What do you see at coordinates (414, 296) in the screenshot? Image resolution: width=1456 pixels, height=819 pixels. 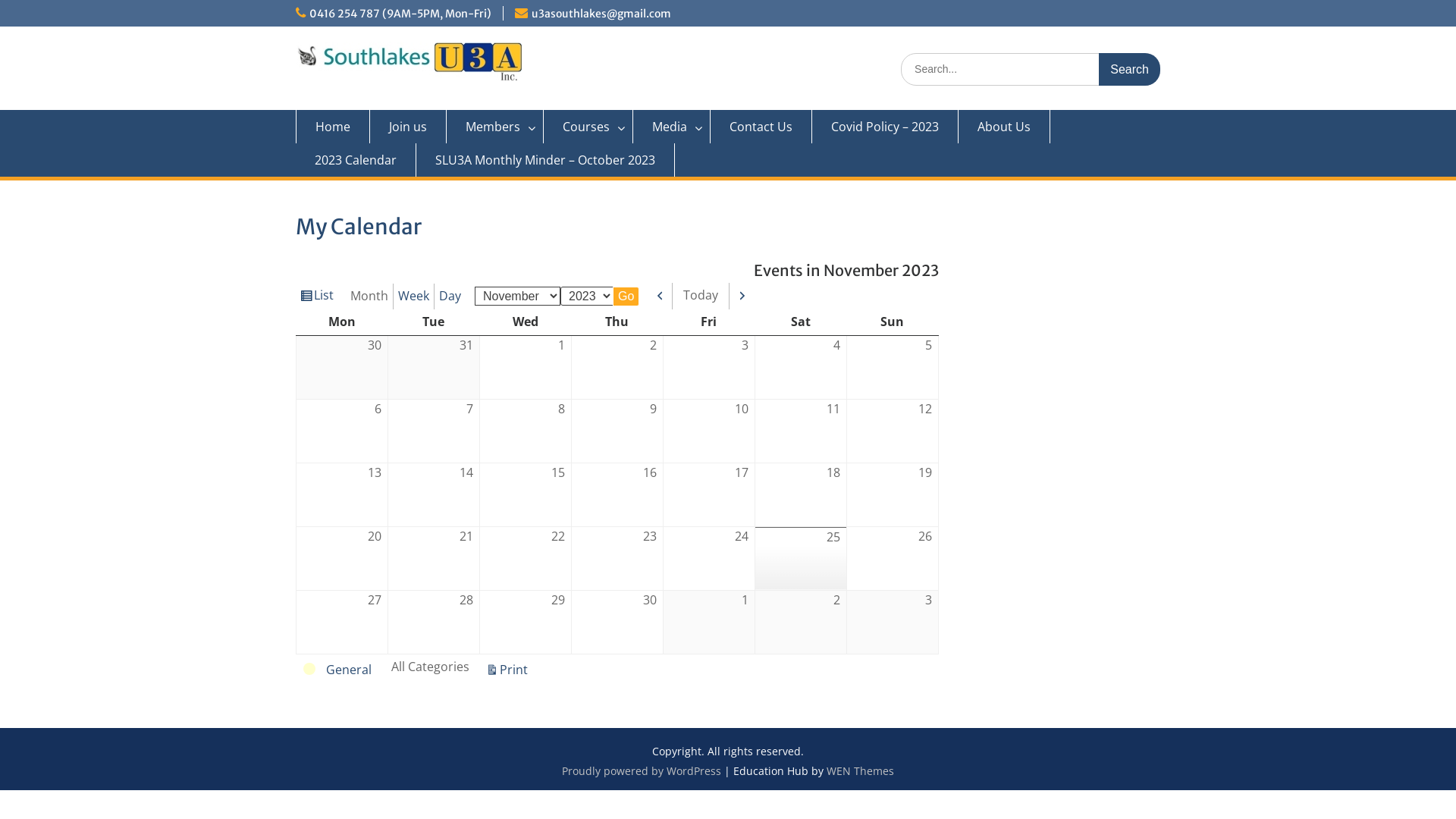 I see `'Week'` at bounding box center [414, 296].